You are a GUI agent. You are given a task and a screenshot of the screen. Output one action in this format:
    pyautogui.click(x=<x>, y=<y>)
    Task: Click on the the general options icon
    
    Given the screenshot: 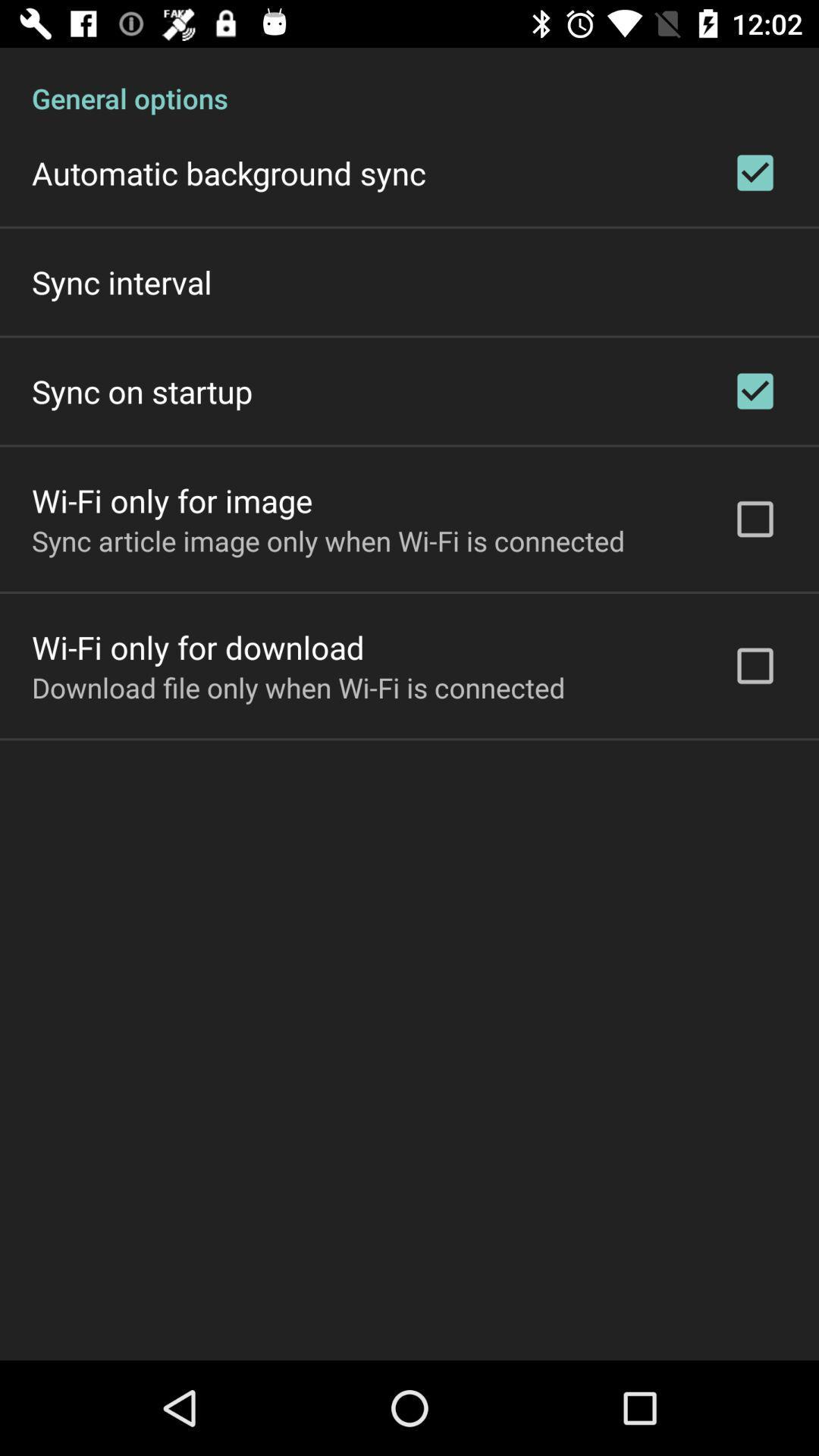 What is the action you would take?
    pyautogui.click(x=409, y=81)
    